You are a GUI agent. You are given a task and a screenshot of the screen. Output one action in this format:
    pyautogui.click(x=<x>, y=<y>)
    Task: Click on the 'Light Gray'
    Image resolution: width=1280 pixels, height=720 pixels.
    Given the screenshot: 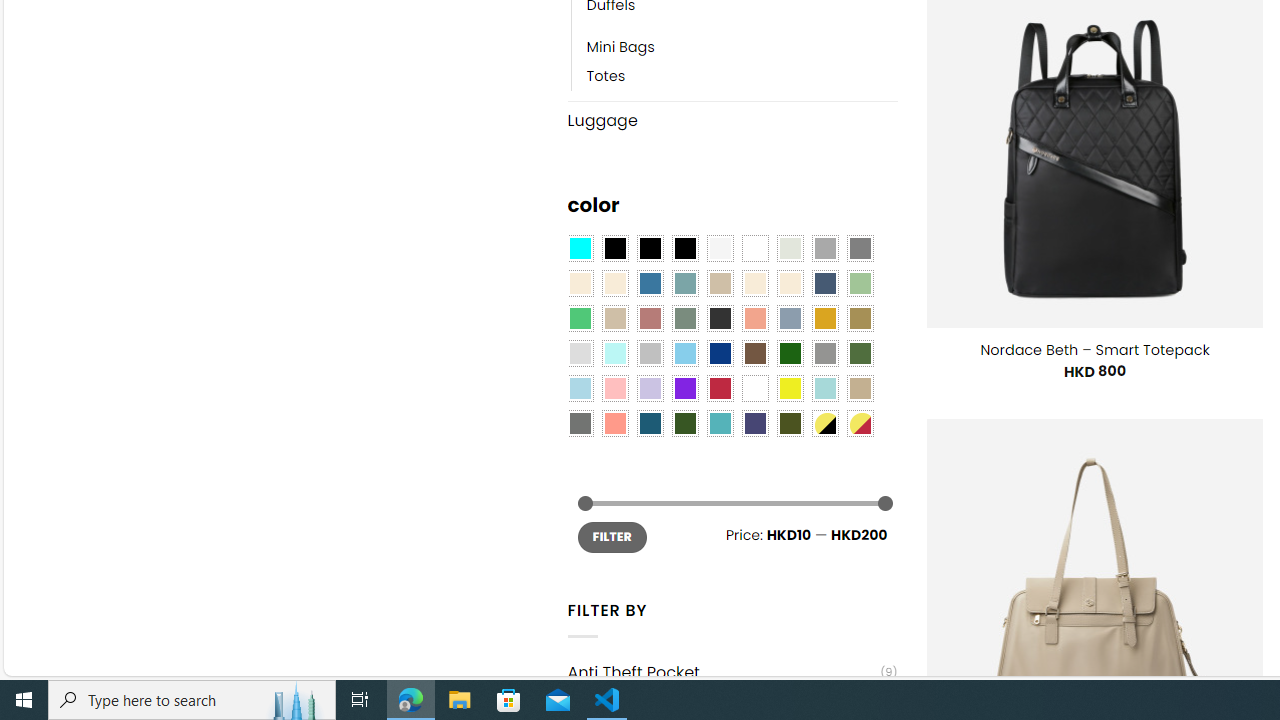 What is the action you would take?
    pyautogui.click(x=578, y=353)
    